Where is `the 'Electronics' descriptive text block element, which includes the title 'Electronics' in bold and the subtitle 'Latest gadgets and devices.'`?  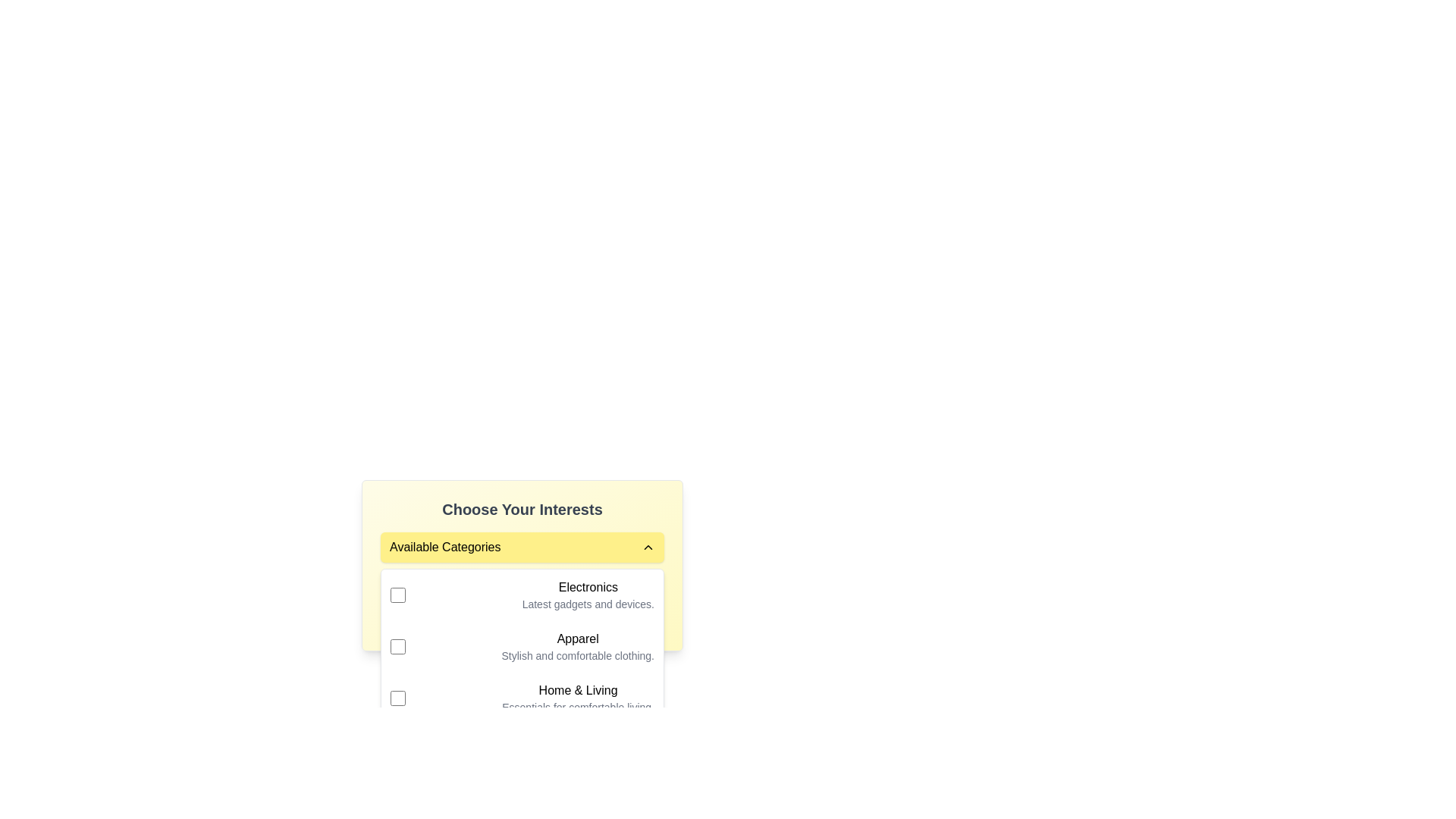 the 'Electronics' descriptive text block element, which includes the title 'Electronics' in bold and the subtitle 'Latest gadgets and devices.' is located at coordinates (587, 595).